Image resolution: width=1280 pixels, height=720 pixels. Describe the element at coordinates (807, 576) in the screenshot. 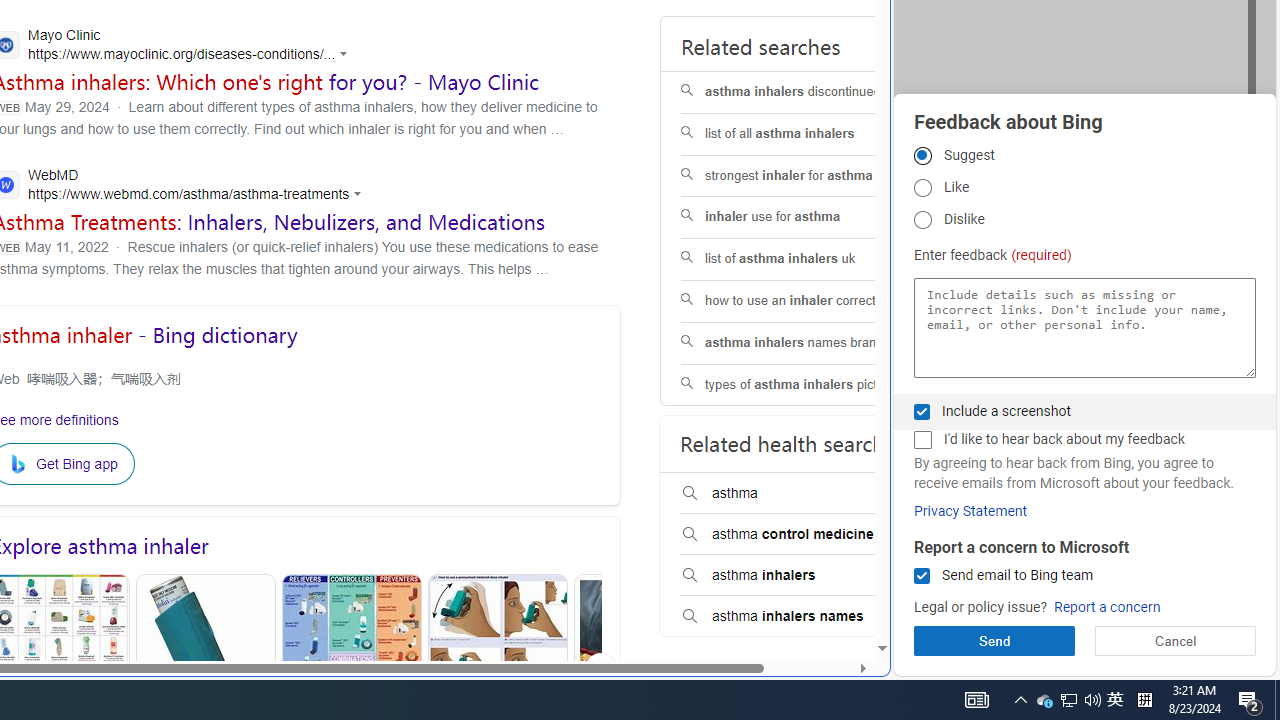

I see `'asthma inhalers'` at that location.